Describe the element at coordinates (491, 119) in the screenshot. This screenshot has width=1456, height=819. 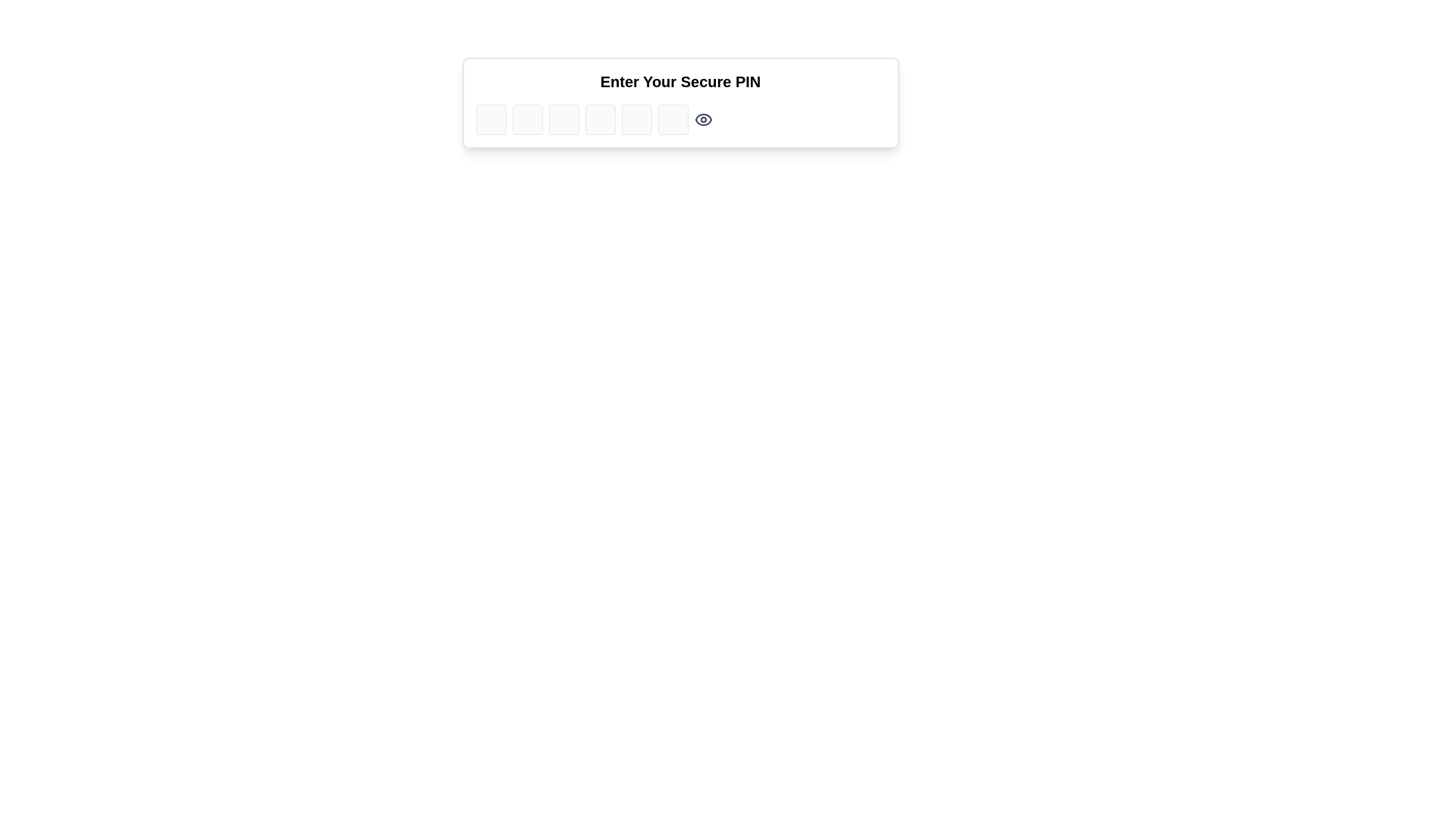
I see `the Password input field located at the extreme left of a series of similar boxes under the title 'Enter Your Secure PIN' to focus on it` at that location.